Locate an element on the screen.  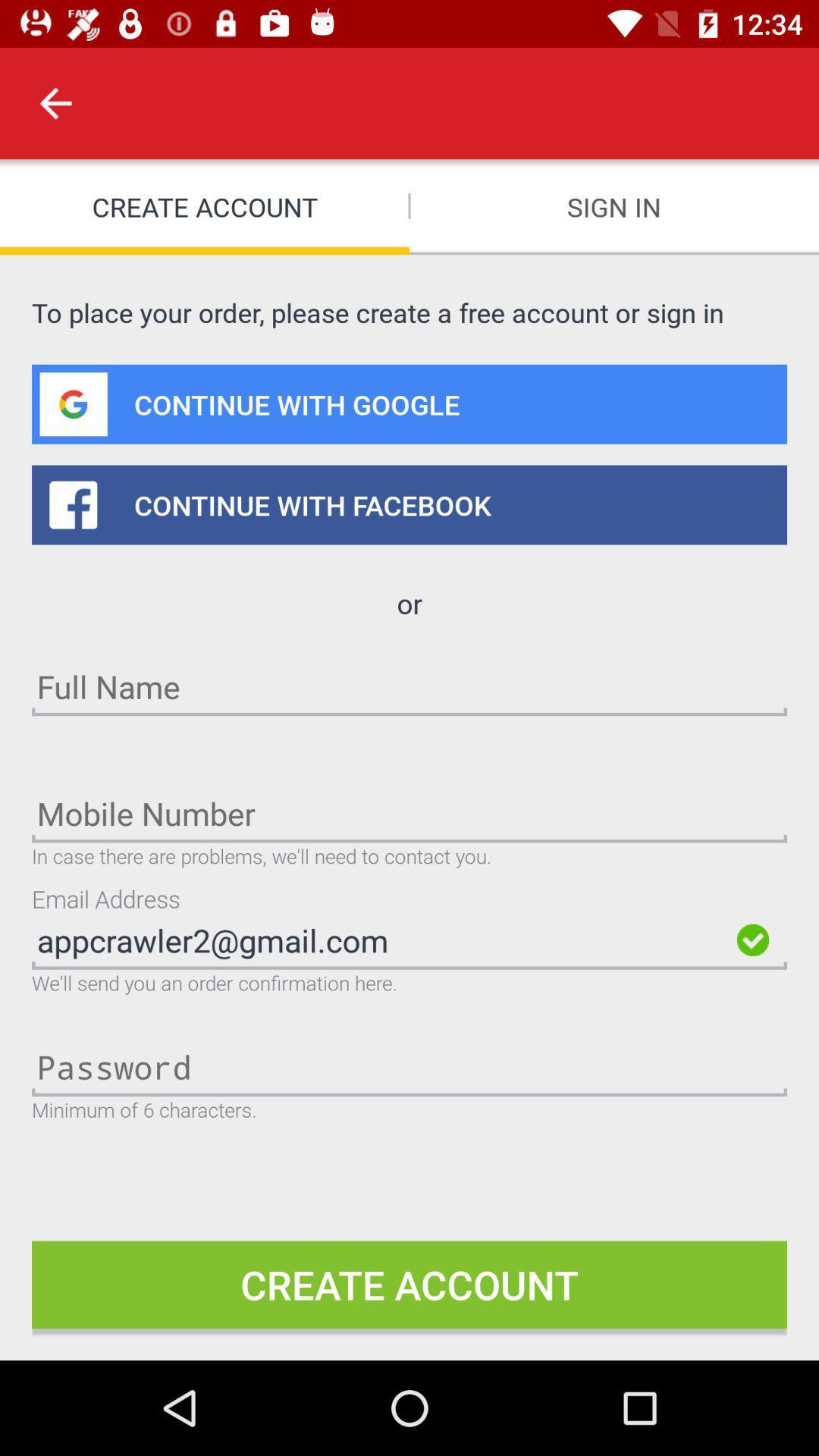
icon above create account is located at coordinates (55, 102).